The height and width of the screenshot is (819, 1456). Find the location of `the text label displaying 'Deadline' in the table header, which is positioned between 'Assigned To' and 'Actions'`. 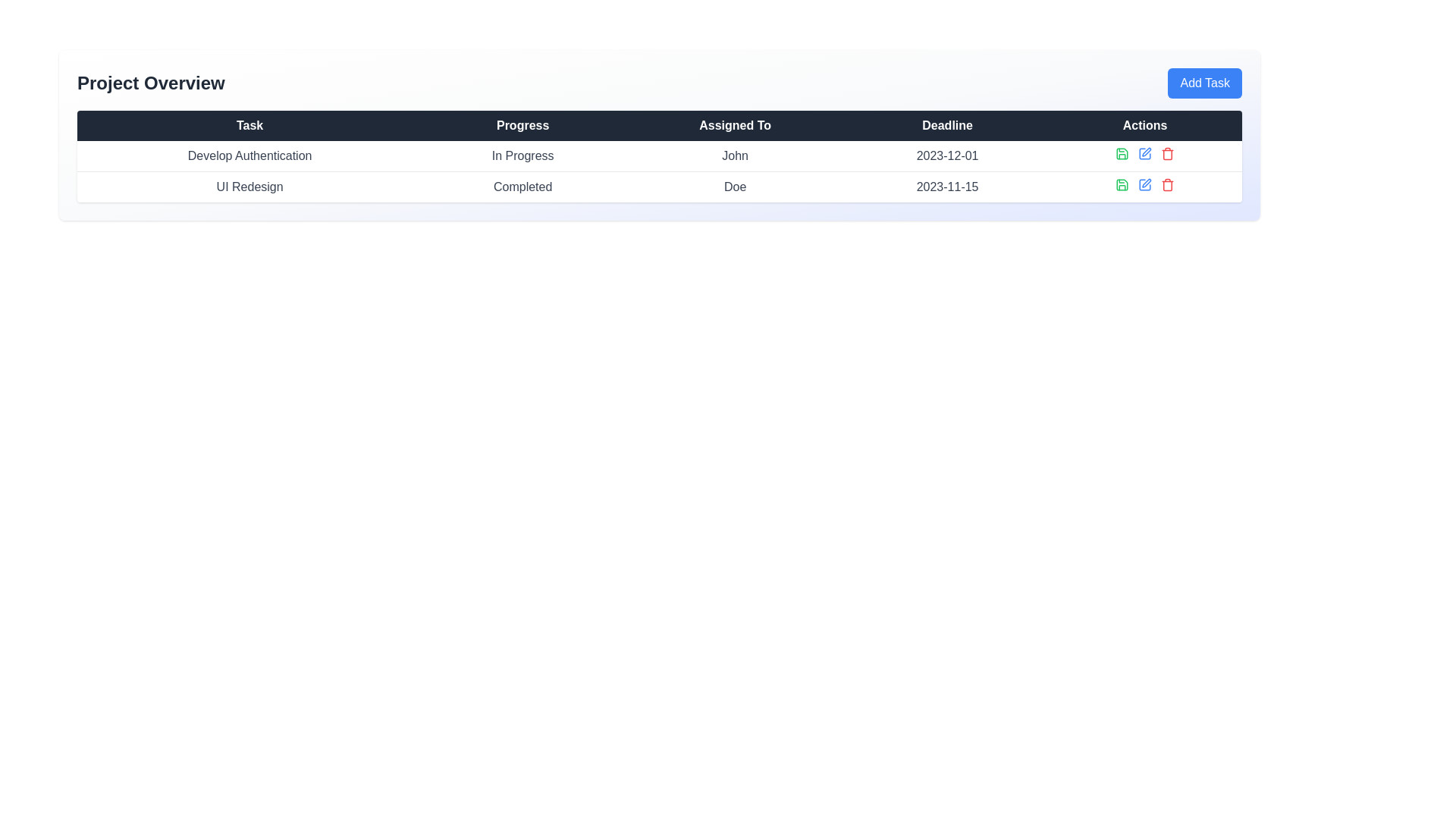

the text label displaying 'Deadline' in the table header, which is positioned between 'Assigned To' and 'Actions' is located at coordinates (946, 124).